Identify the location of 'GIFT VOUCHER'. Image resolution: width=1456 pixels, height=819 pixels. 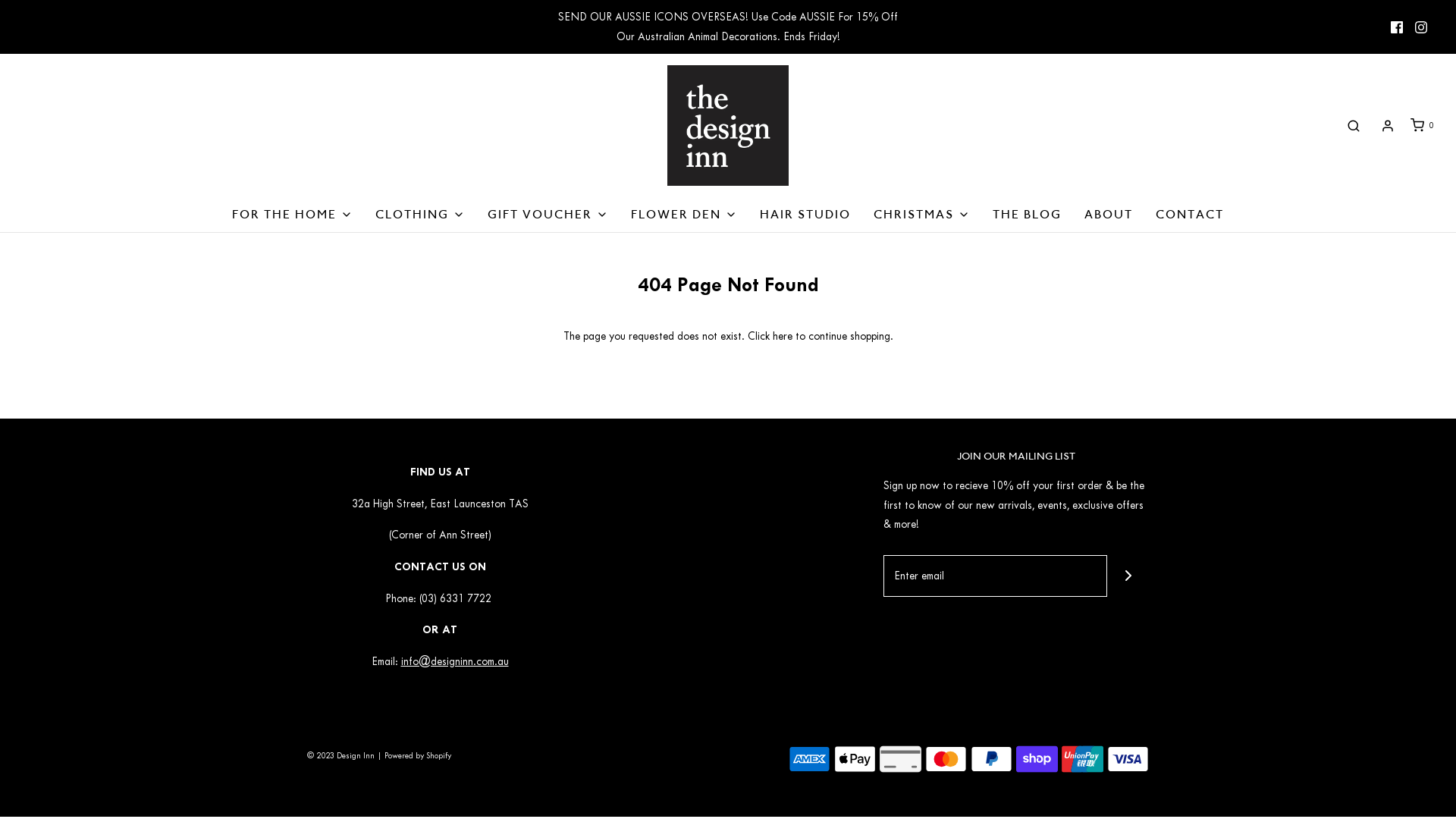
(547, 214).